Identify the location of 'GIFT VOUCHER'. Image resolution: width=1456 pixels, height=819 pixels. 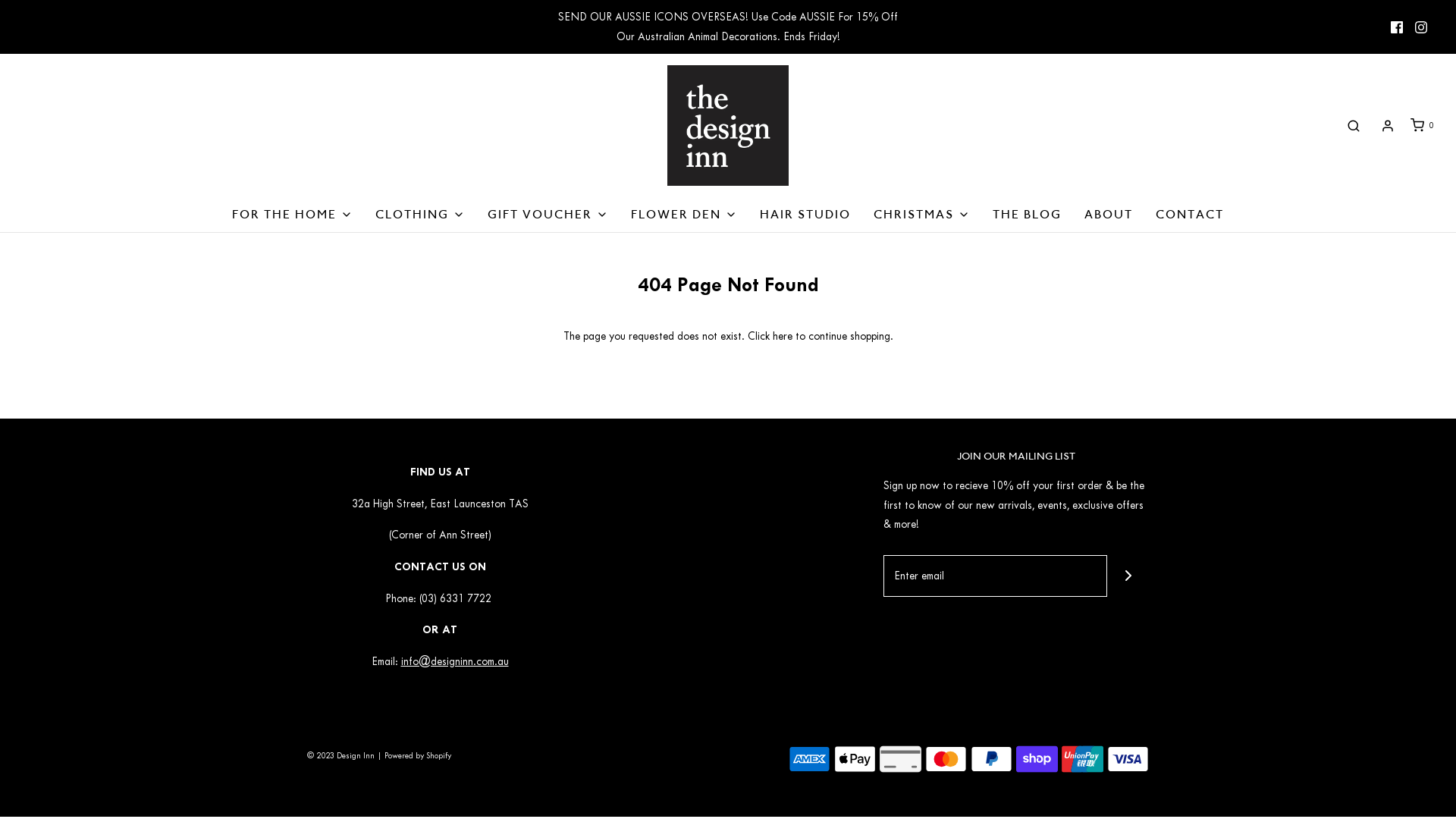
(547, 214).